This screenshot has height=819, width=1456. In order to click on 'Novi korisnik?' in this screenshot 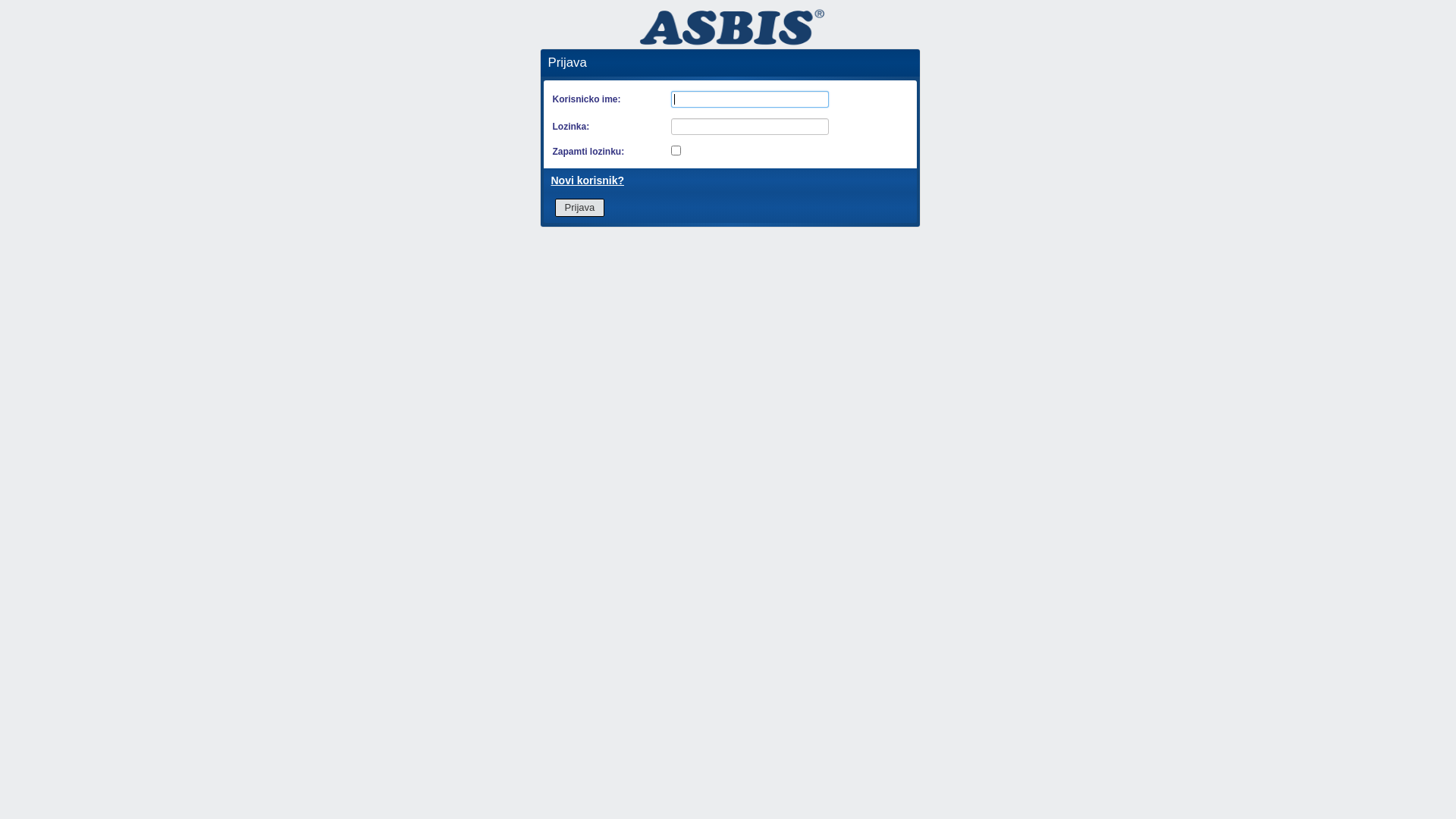, I will do `click(585, 180)`.